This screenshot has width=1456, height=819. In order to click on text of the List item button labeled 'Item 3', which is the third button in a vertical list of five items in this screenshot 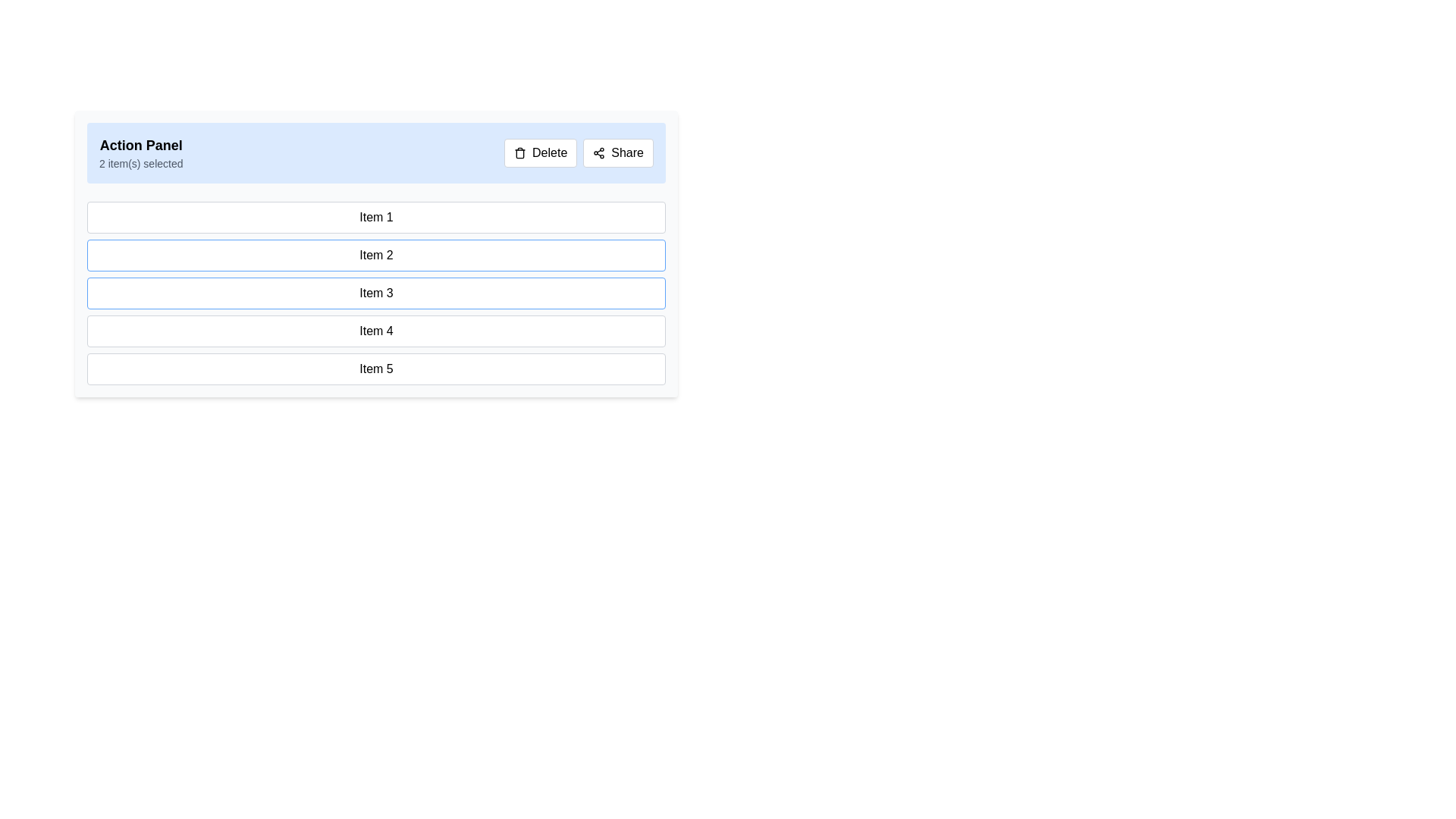, I will do `click(376, 293)`.